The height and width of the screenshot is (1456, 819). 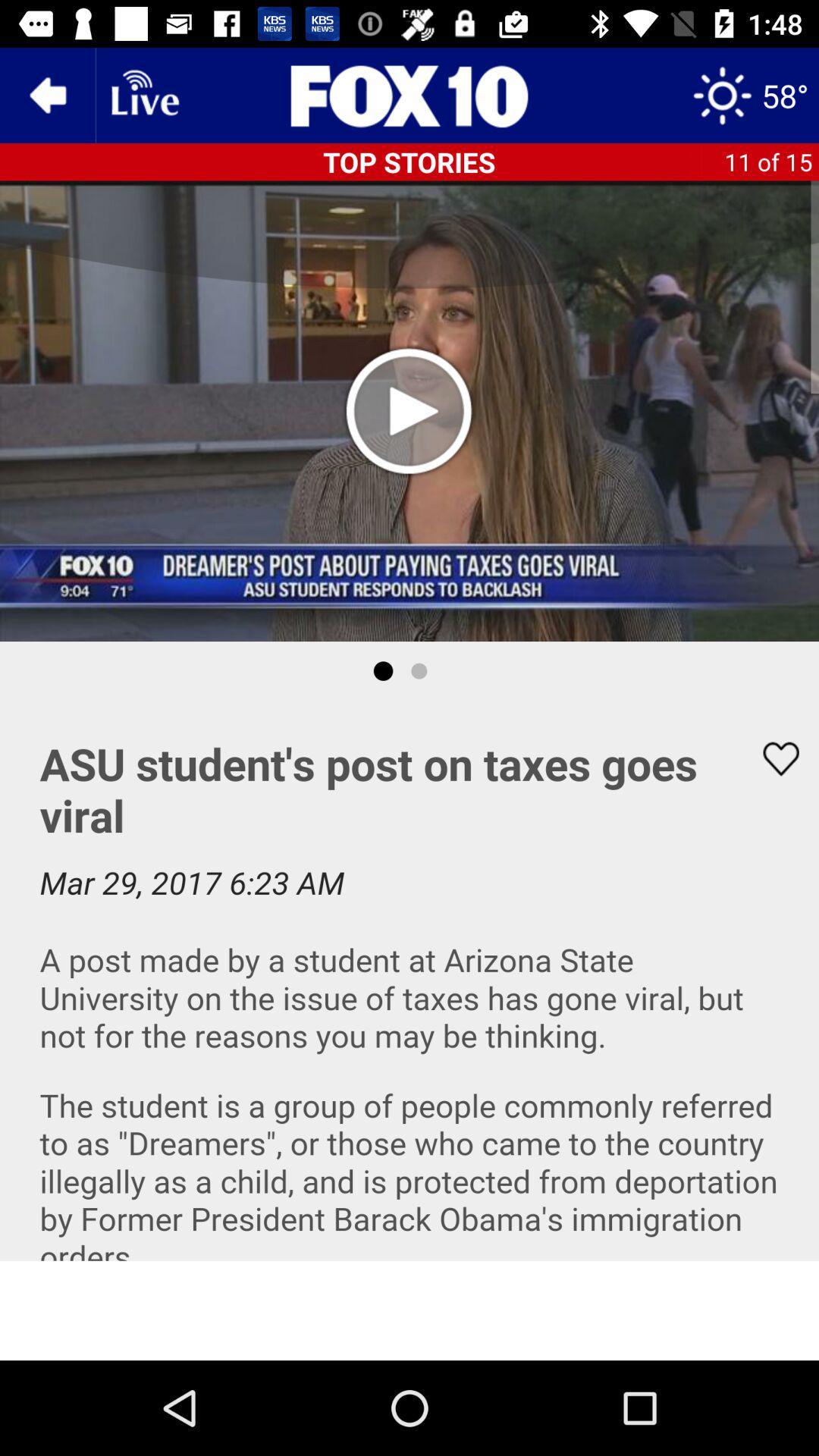 I want to click on open advertisement, so click(x=409, y=1310).